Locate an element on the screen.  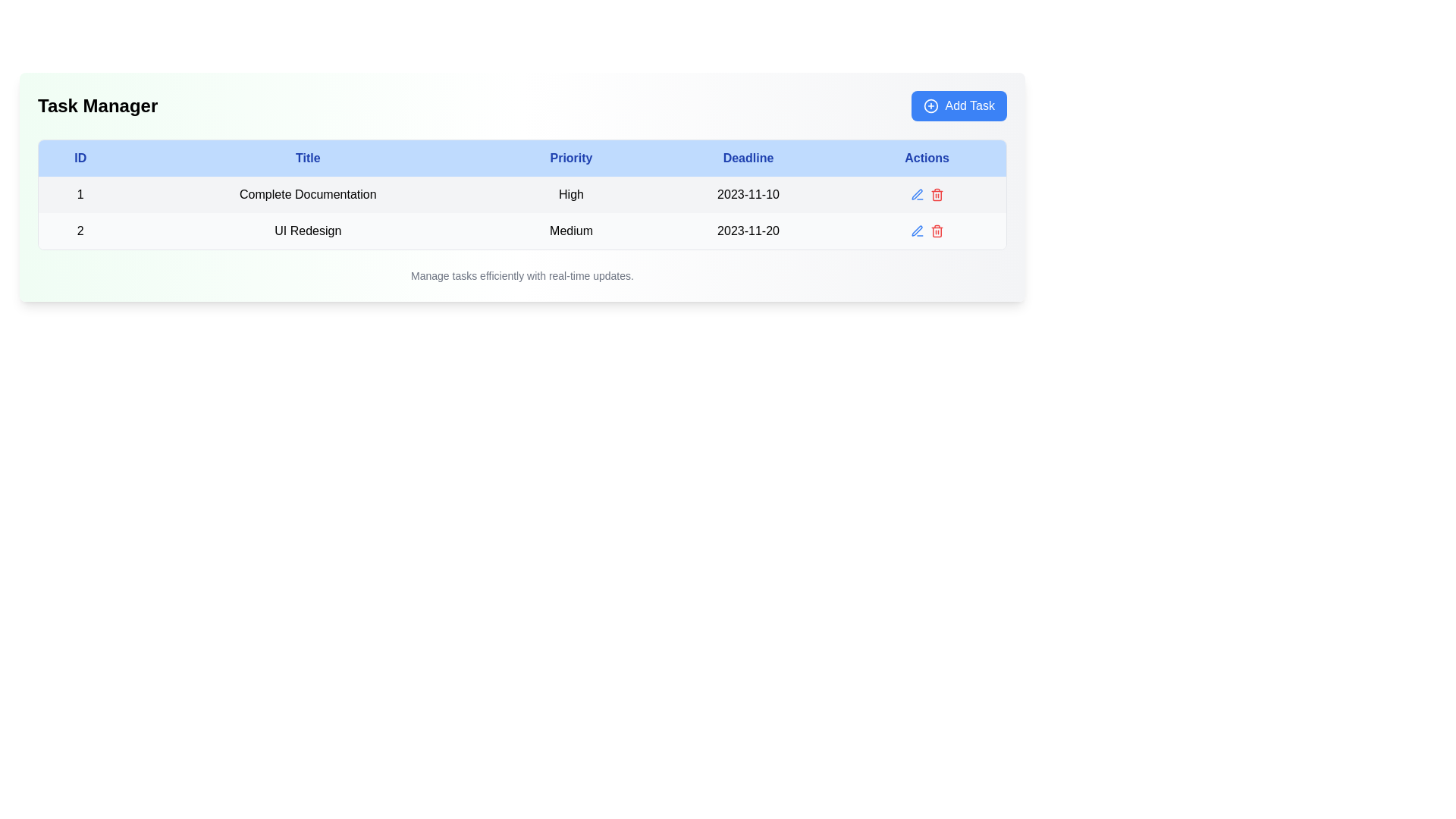
the Text label column header, which indicates unique identifiers for entries in the table and is positioned in the top-left corner of the table header row is located at coordinates (80, 158).